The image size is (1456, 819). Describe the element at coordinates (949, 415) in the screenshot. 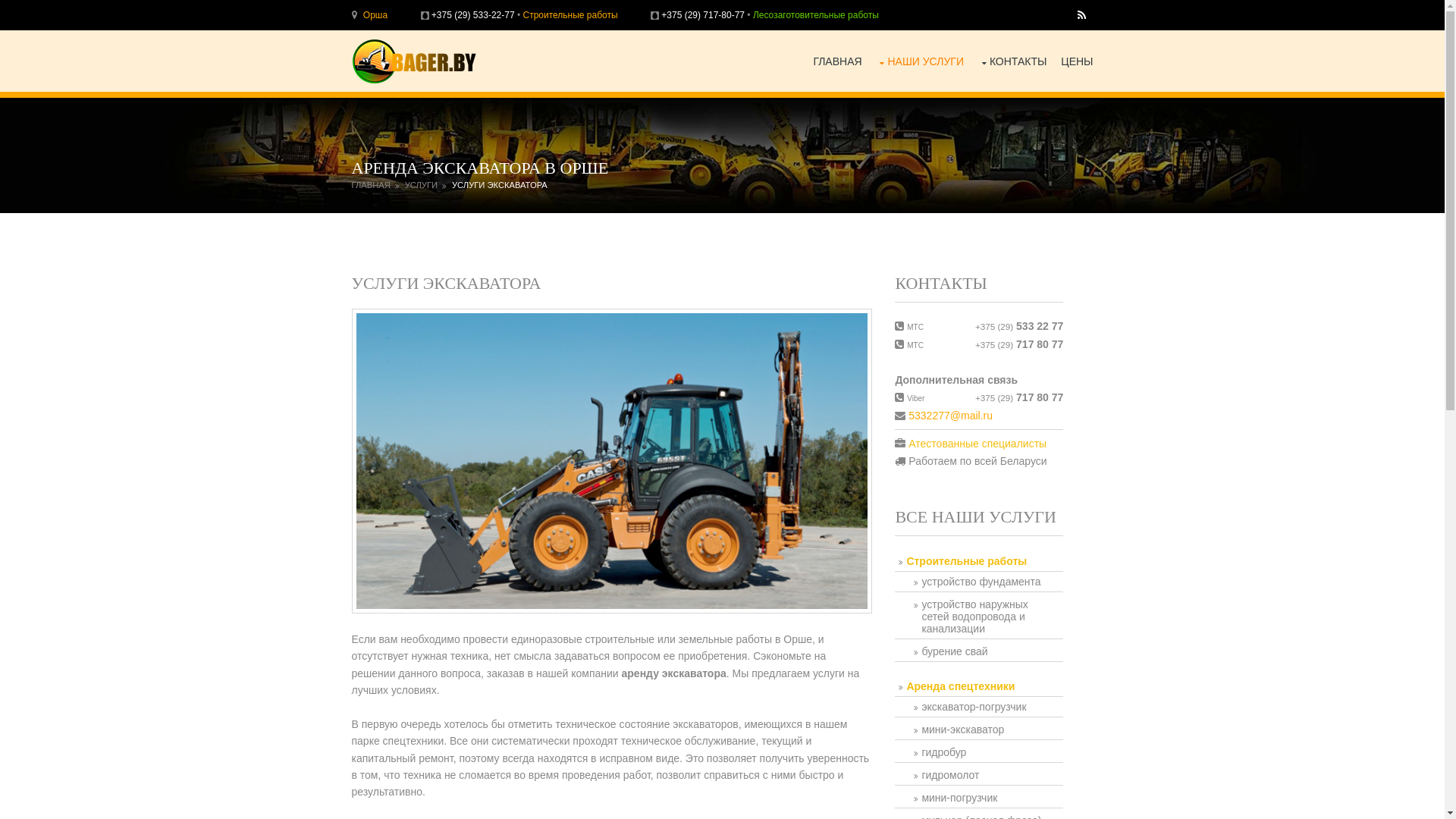

I see `'5332277@mail.ru'` at that location.